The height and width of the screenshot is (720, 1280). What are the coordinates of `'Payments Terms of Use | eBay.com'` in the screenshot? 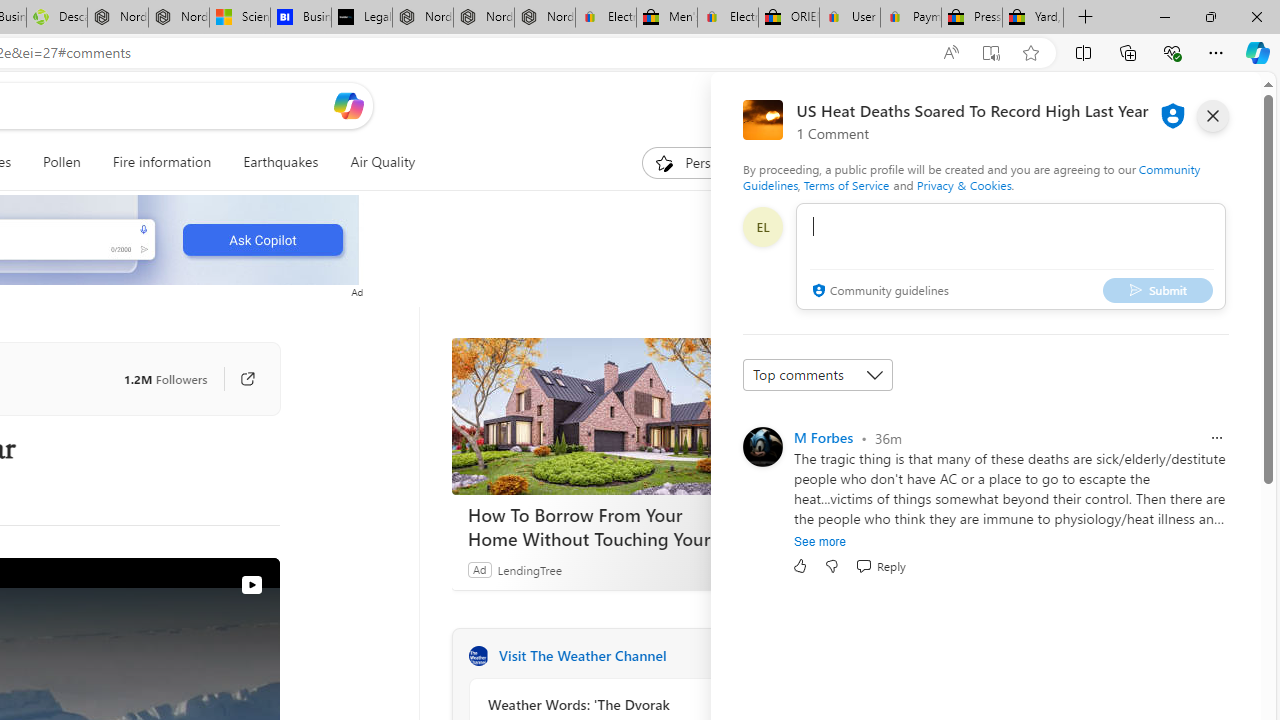 It's located at (909, 17).